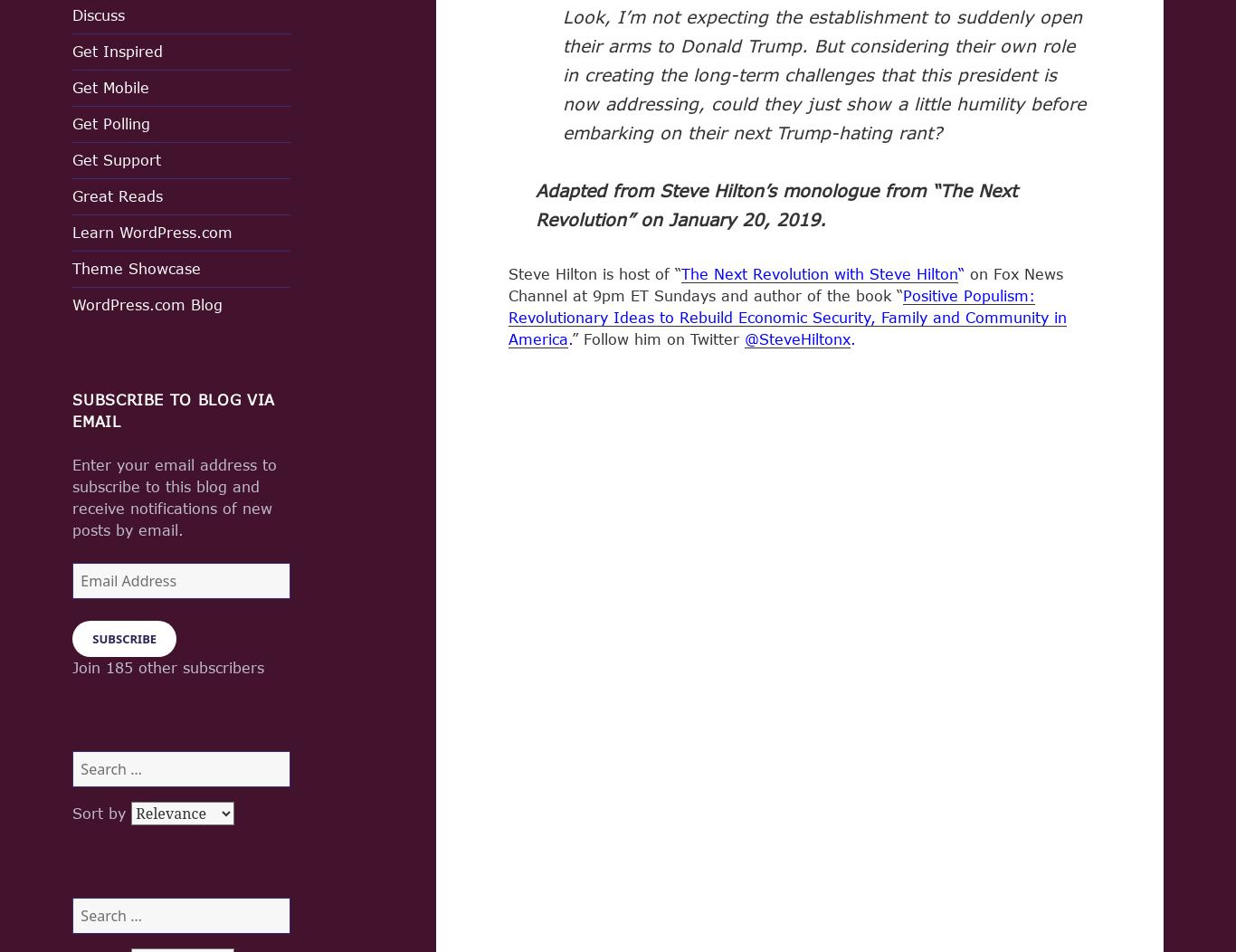  What do you see at coordinates (658, 338) in the screenshot?
I see `'” Follow him on Twitter'` at bounding box center [658, 338].